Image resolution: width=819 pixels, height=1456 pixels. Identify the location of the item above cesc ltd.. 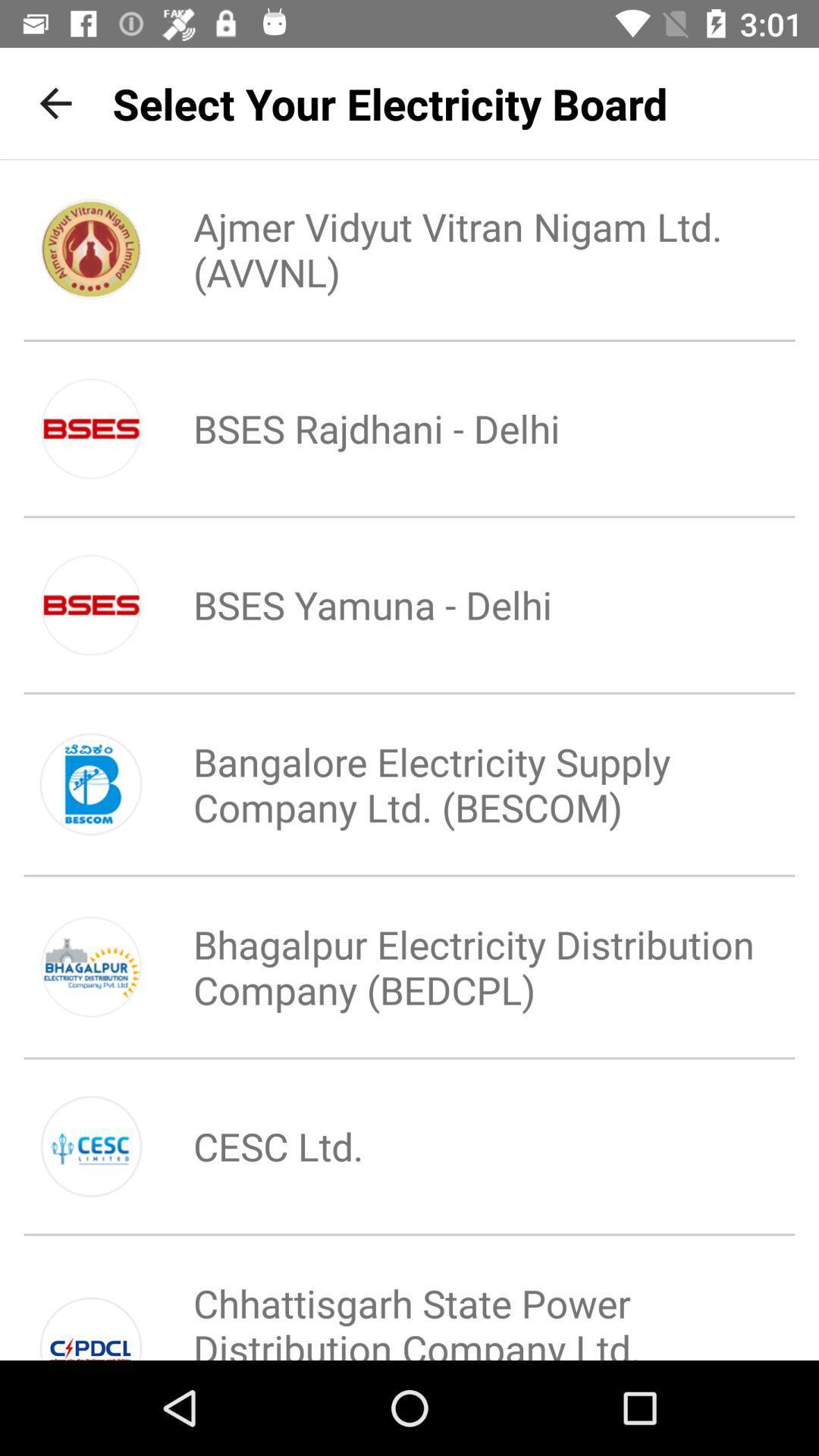
(460, 966).